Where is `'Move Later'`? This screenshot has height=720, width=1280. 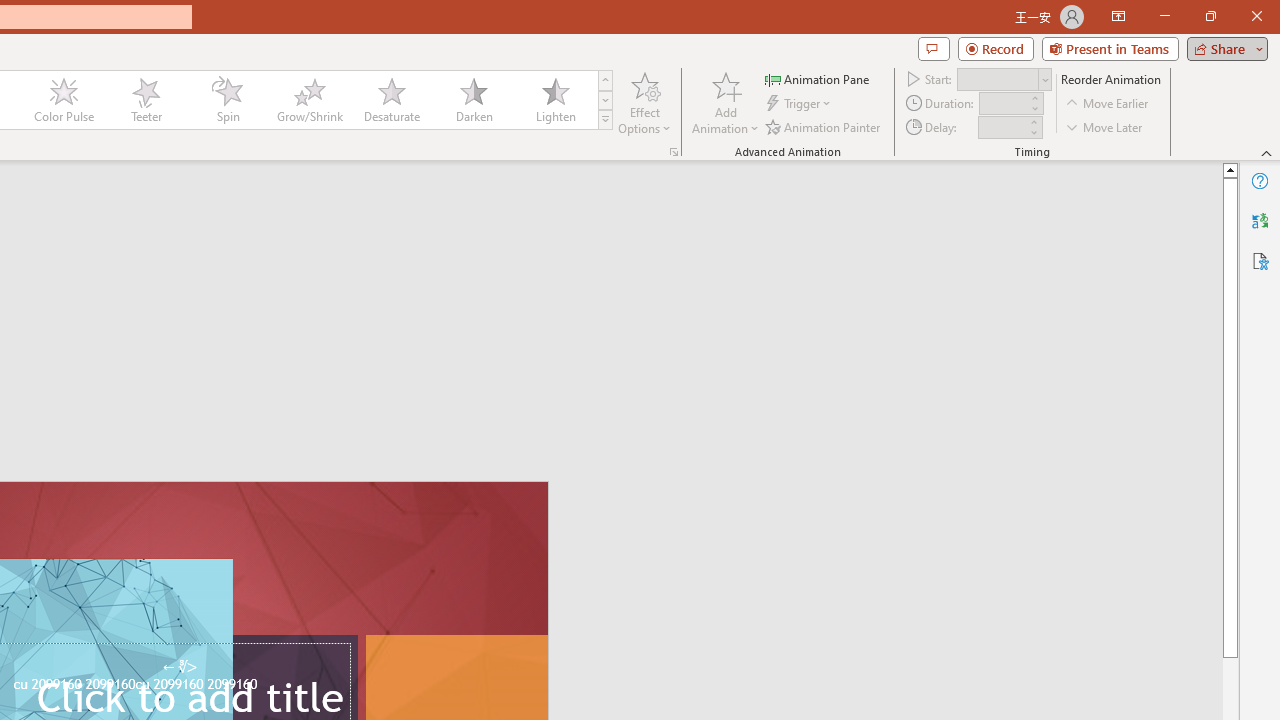
'Move Later' is located at coordinates (1104, 127).